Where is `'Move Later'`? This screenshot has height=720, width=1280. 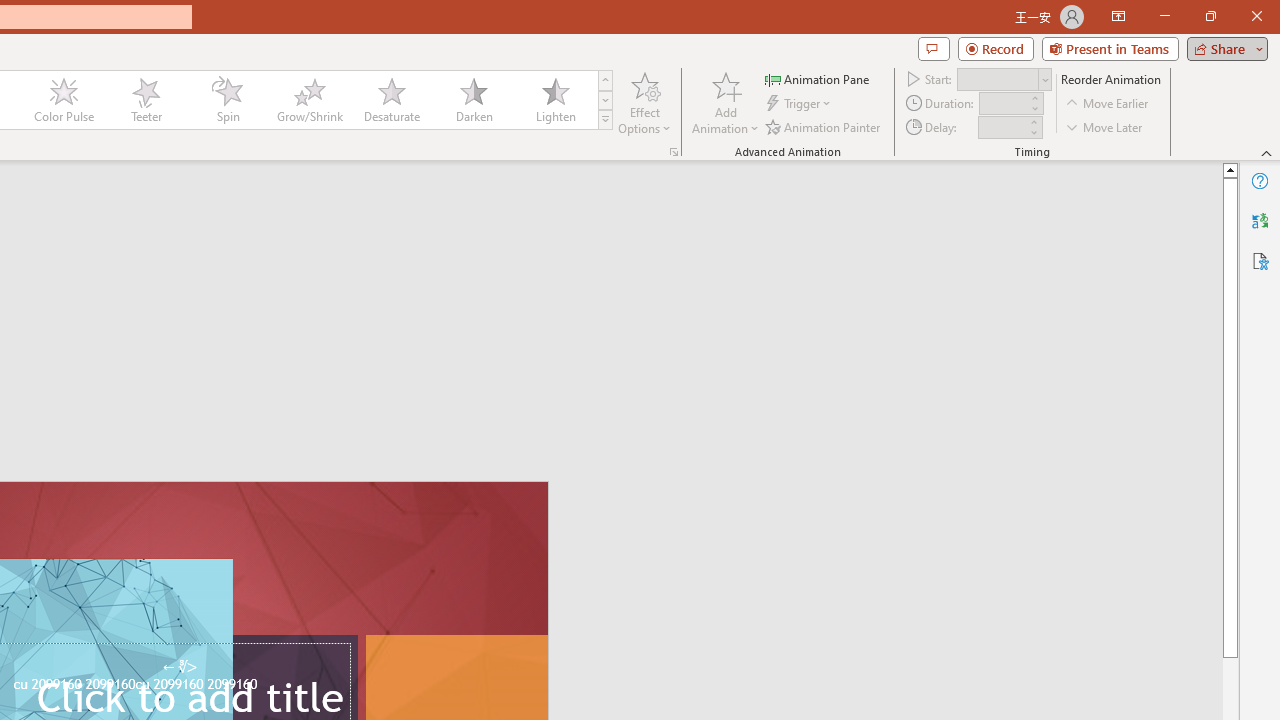
'Move Later' is located at coordinates (1104, 127).